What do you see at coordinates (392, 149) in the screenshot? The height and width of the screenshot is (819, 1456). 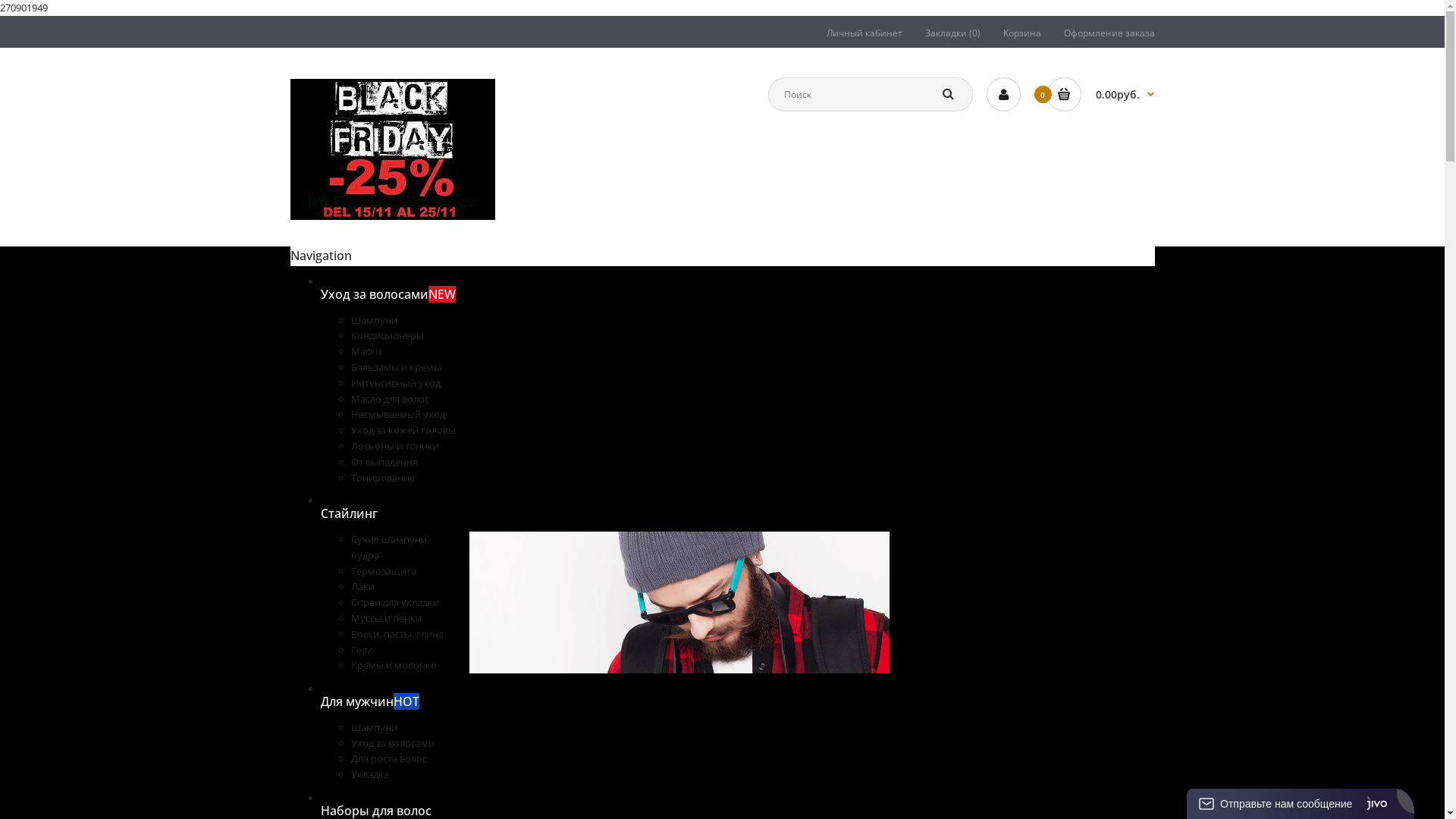 I see `'Vipcosmetics'` at bounding box center [392, 149].